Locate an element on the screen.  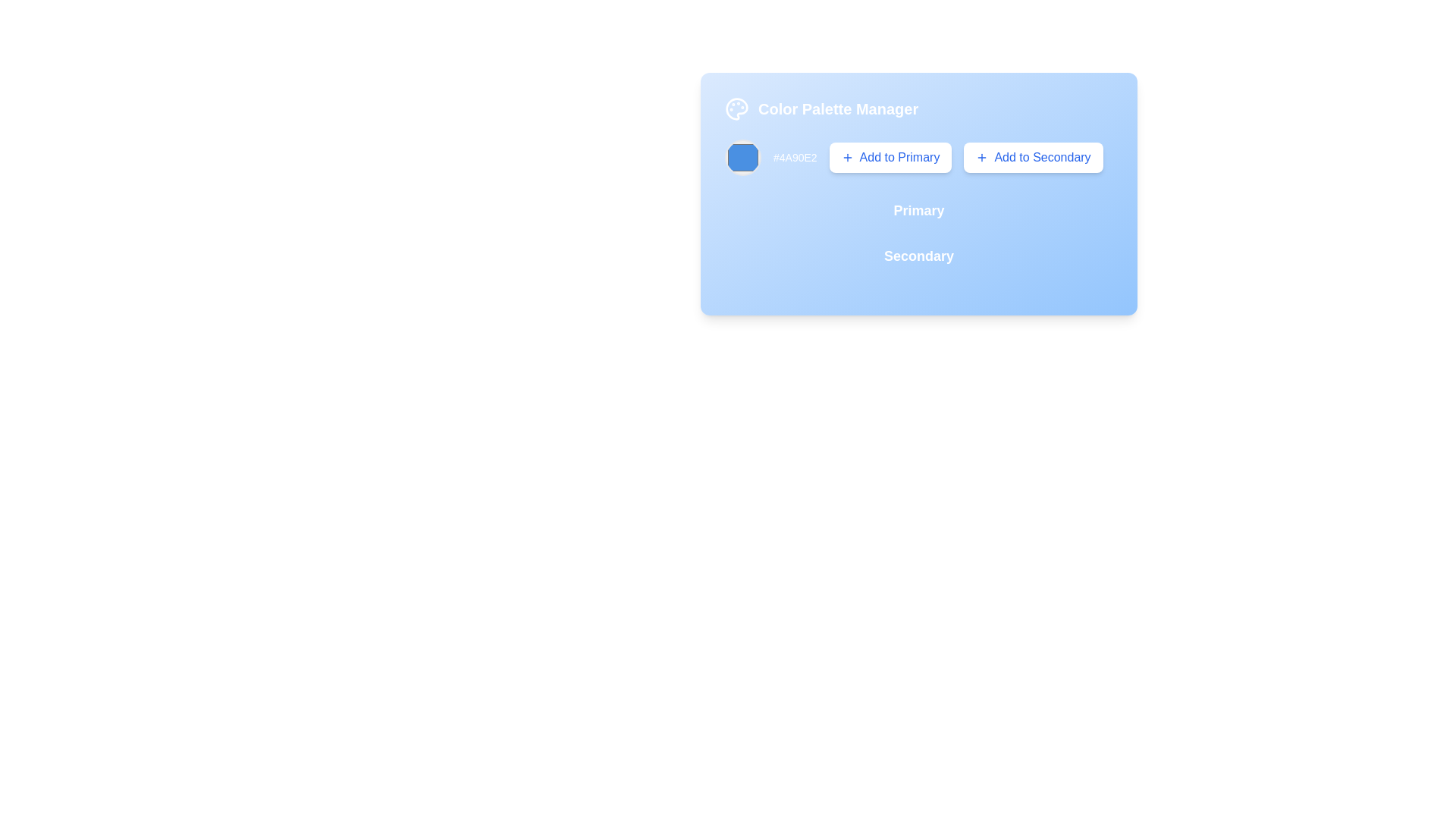
the main body of the palette icon represented by the SVG shape, which is a non-interactive decorative component in the Color Palette Manager interface is located at coordinates (736, 108).